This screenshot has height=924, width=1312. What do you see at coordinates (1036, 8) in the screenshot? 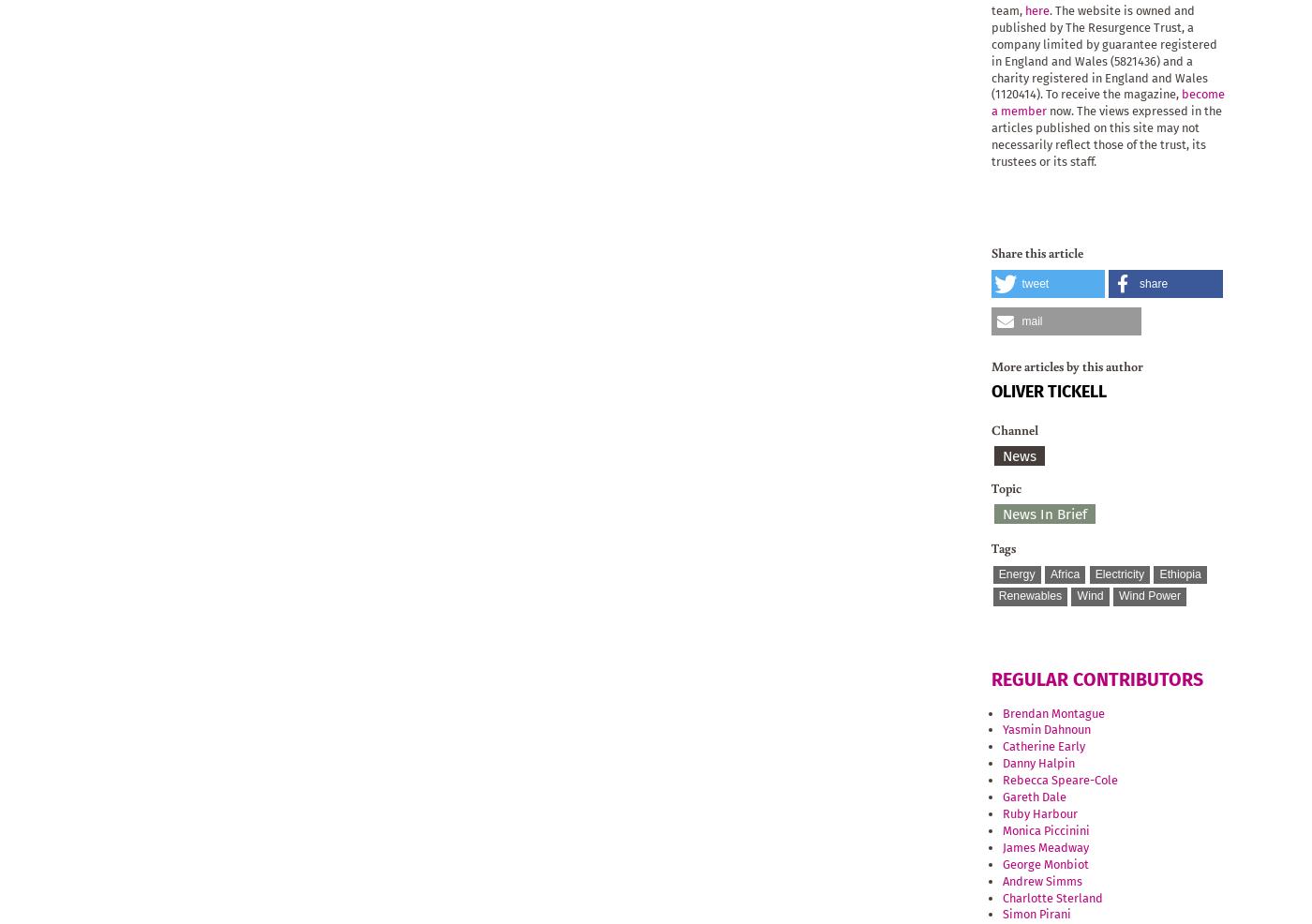
I see `'here'` at bounding box center [1036, 8].